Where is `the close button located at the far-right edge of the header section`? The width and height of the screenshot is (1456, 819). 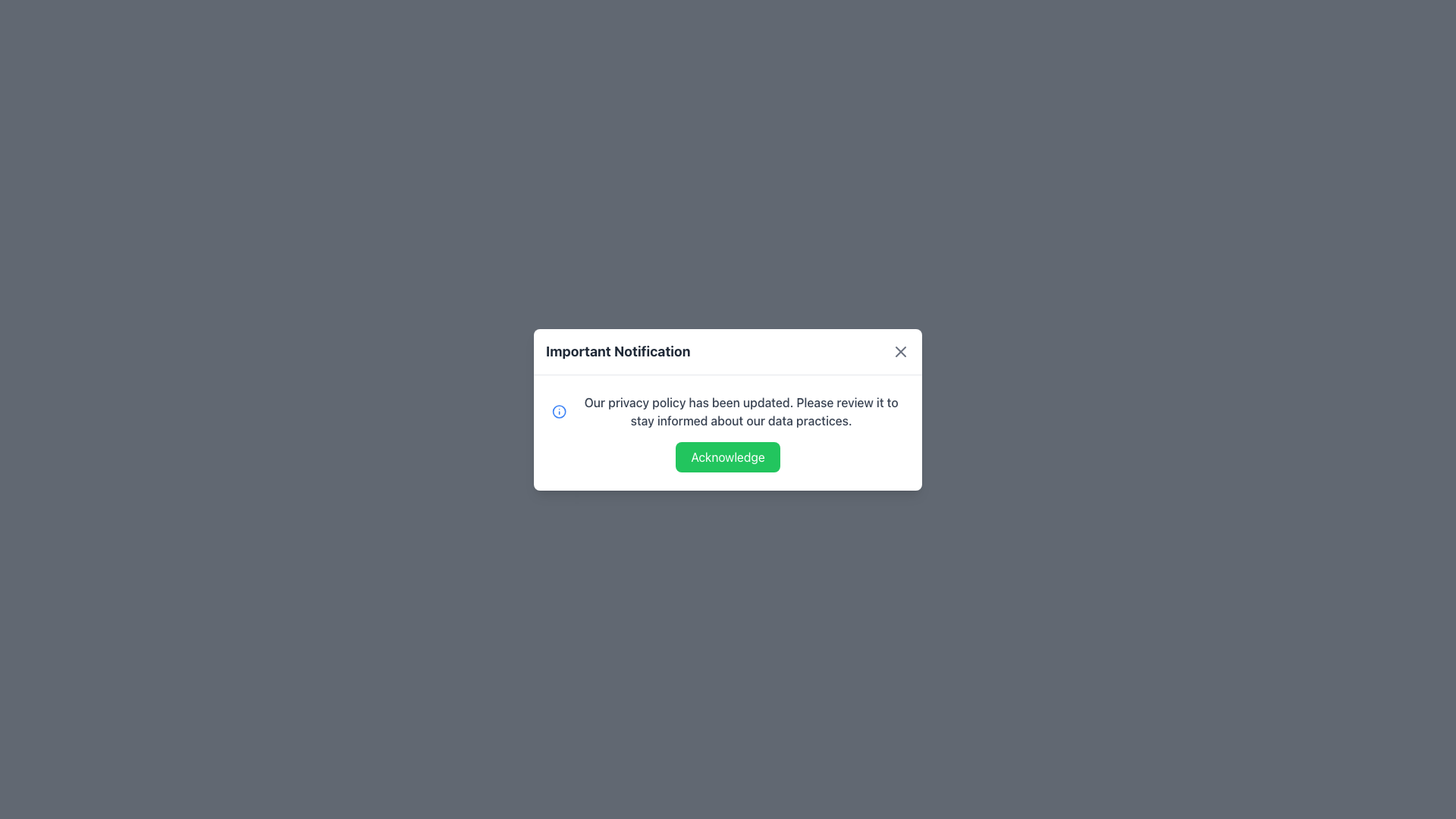
the close button located at the far-right edge of the header section is located at coordinates (901, 350).